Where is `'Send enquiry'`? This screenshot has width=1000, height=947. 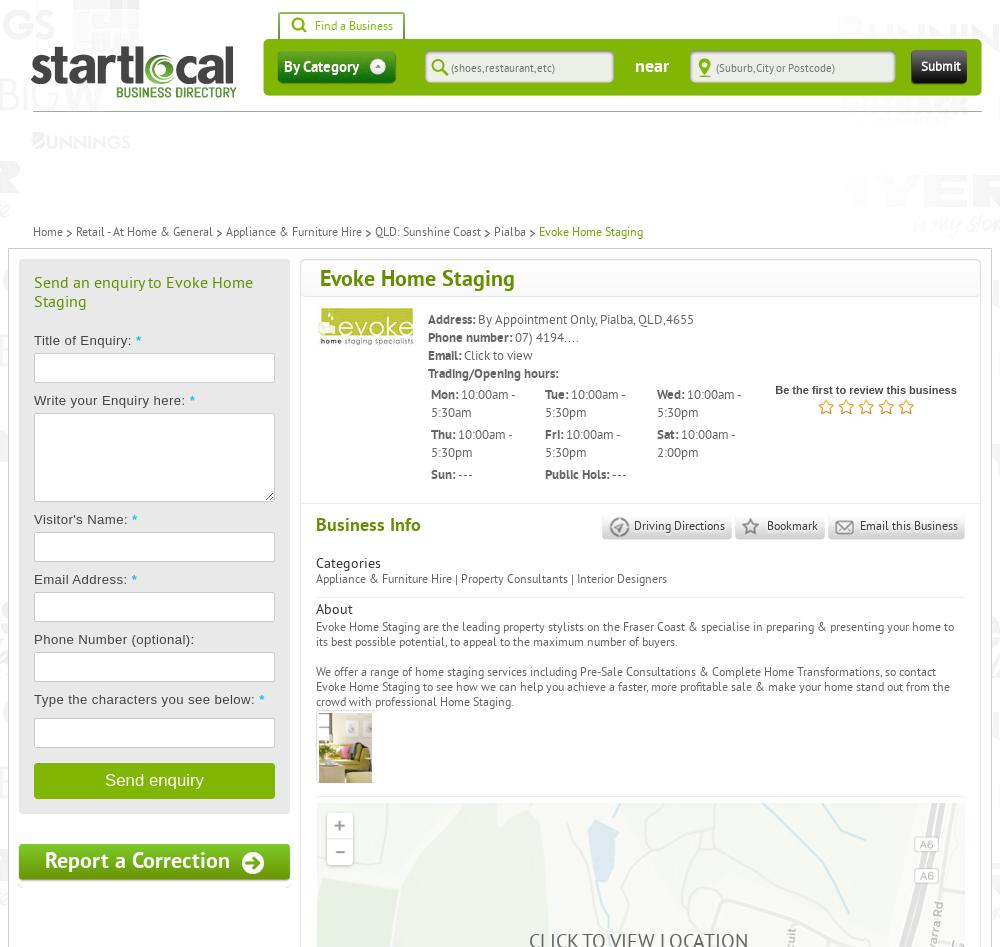 'Send enquiry' is located at coordinates (104, 780).